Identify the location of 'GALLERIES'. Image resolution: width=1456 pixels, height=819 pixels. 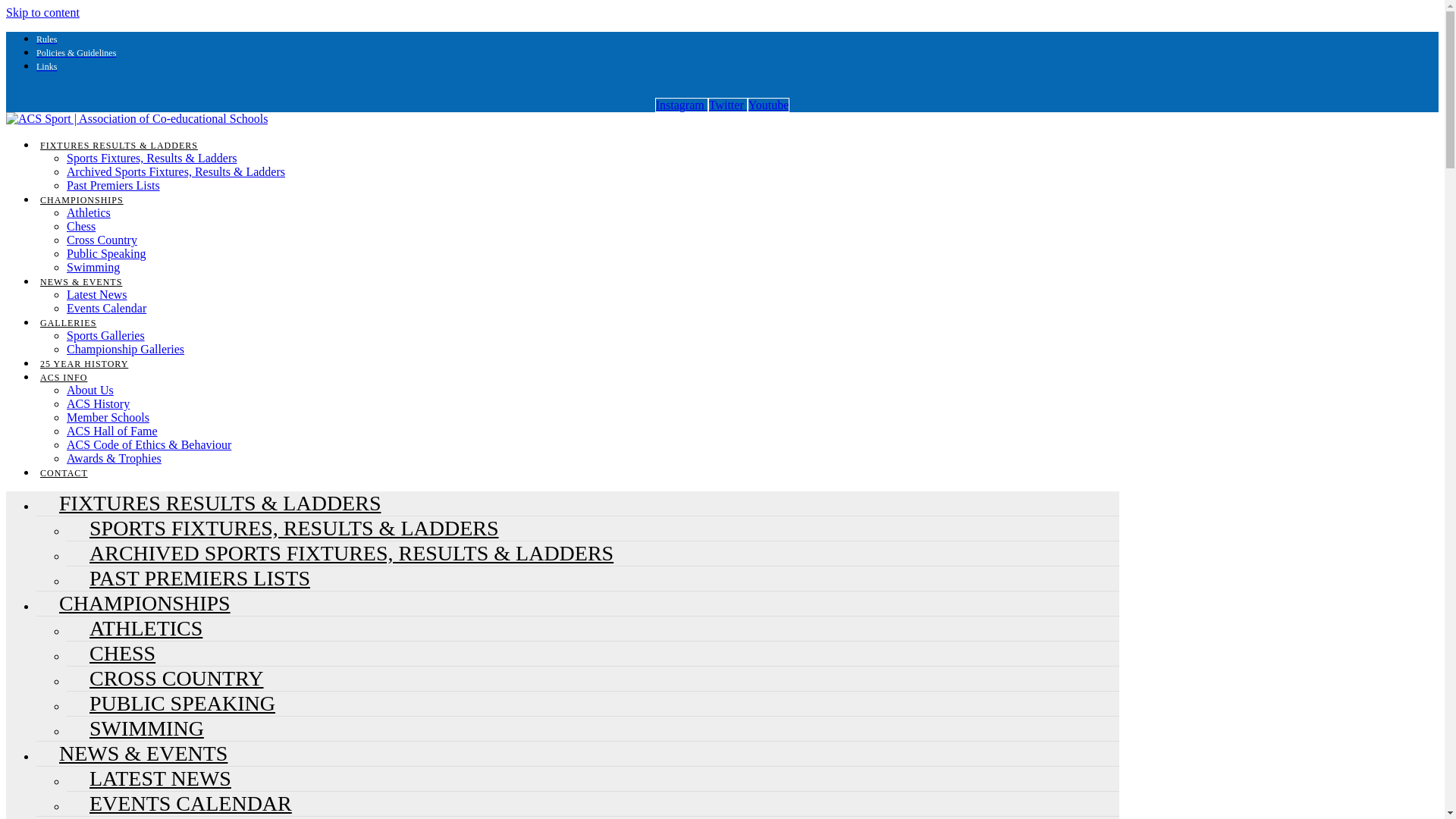
(67, 322).